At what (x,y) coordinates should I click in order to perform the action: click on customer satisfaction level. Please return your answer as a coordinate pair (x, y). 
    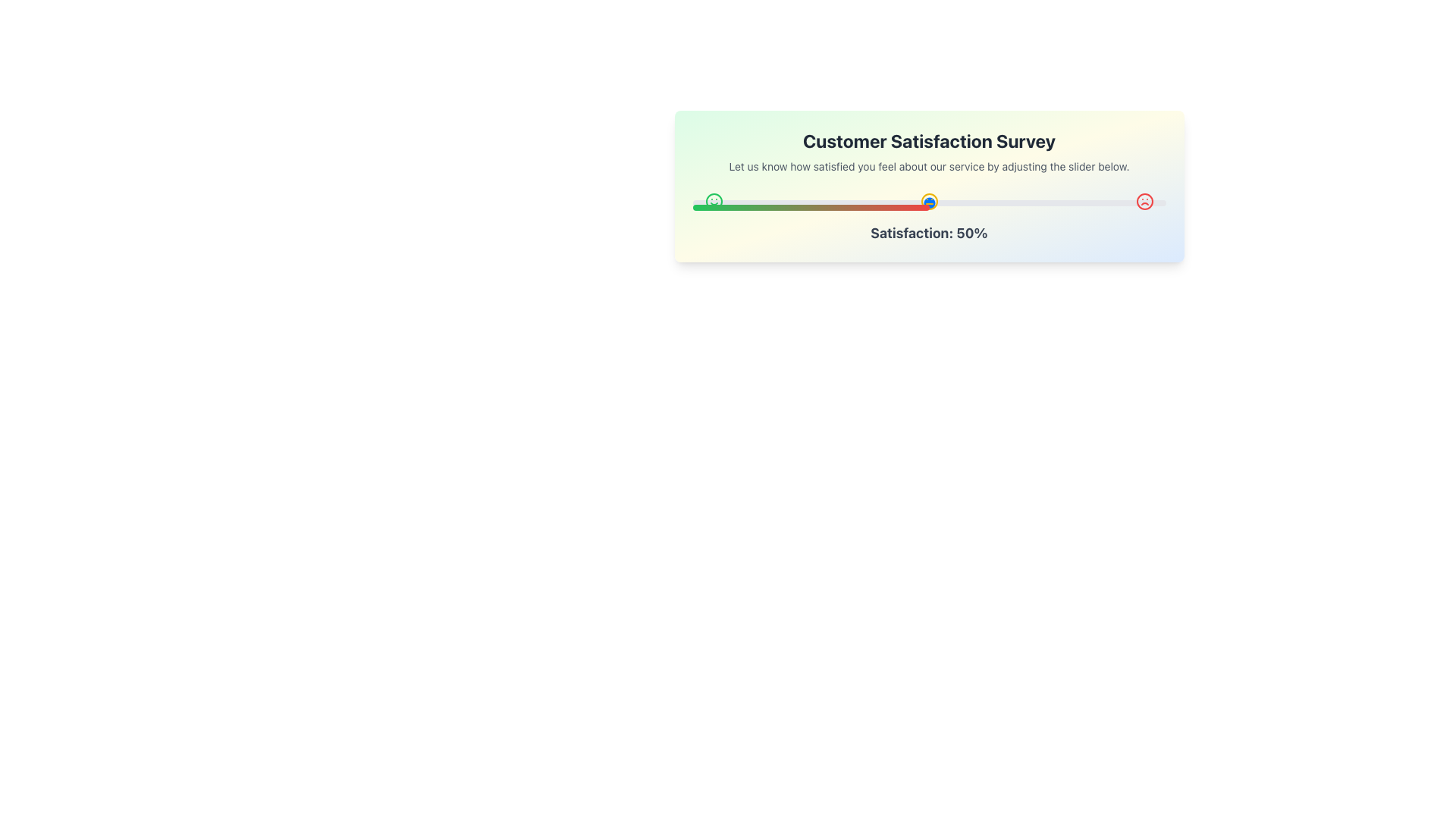
    Looking at the image, I should click on (1009, 202).